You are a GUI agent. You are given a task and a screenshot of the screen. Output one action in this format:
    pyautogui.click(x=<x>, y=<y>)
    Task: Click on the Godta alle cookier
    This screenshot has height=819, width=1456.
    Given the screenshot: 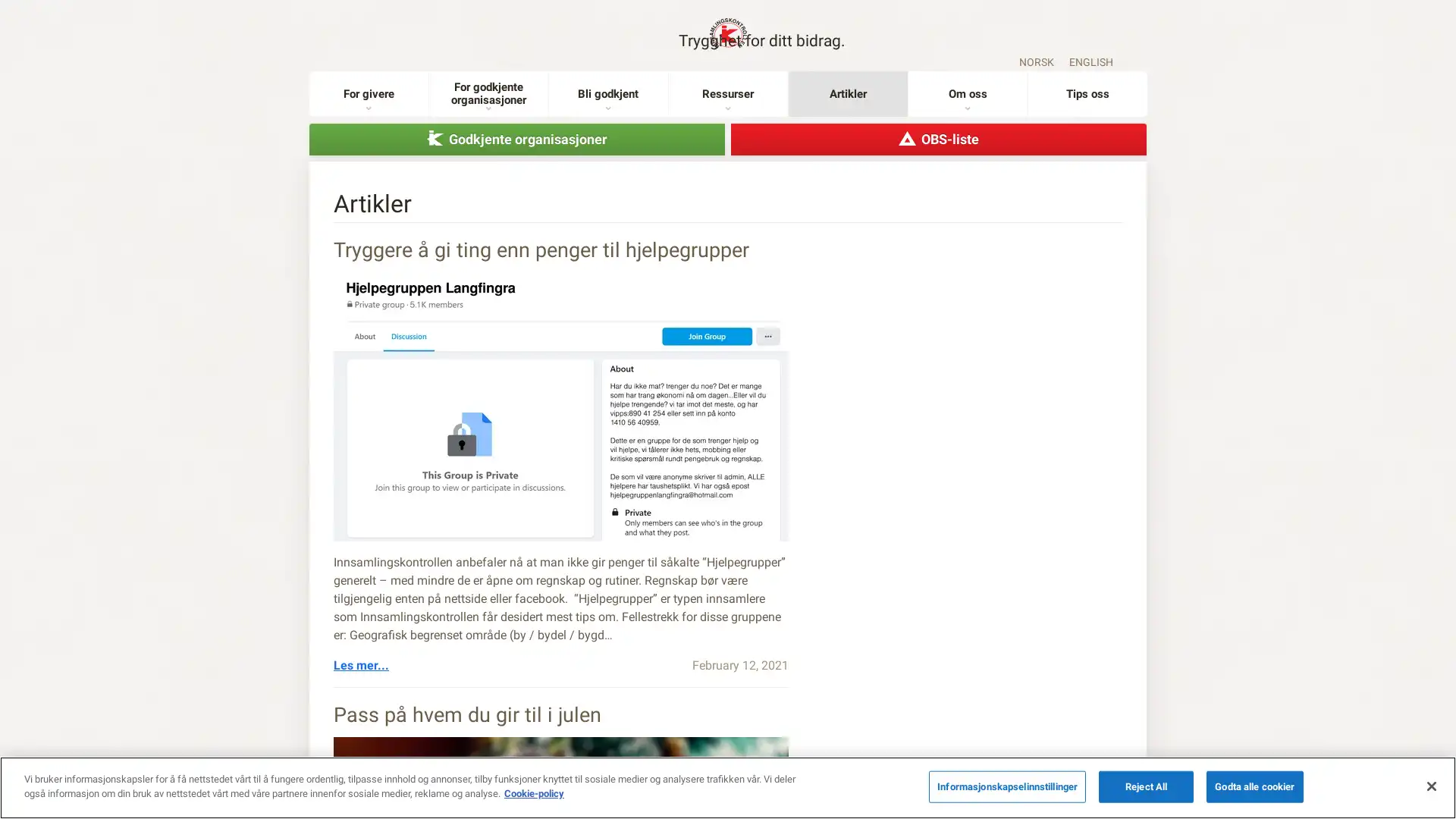 What is the action you would take?
    pyautogui.click(x=1254, y=786)
    